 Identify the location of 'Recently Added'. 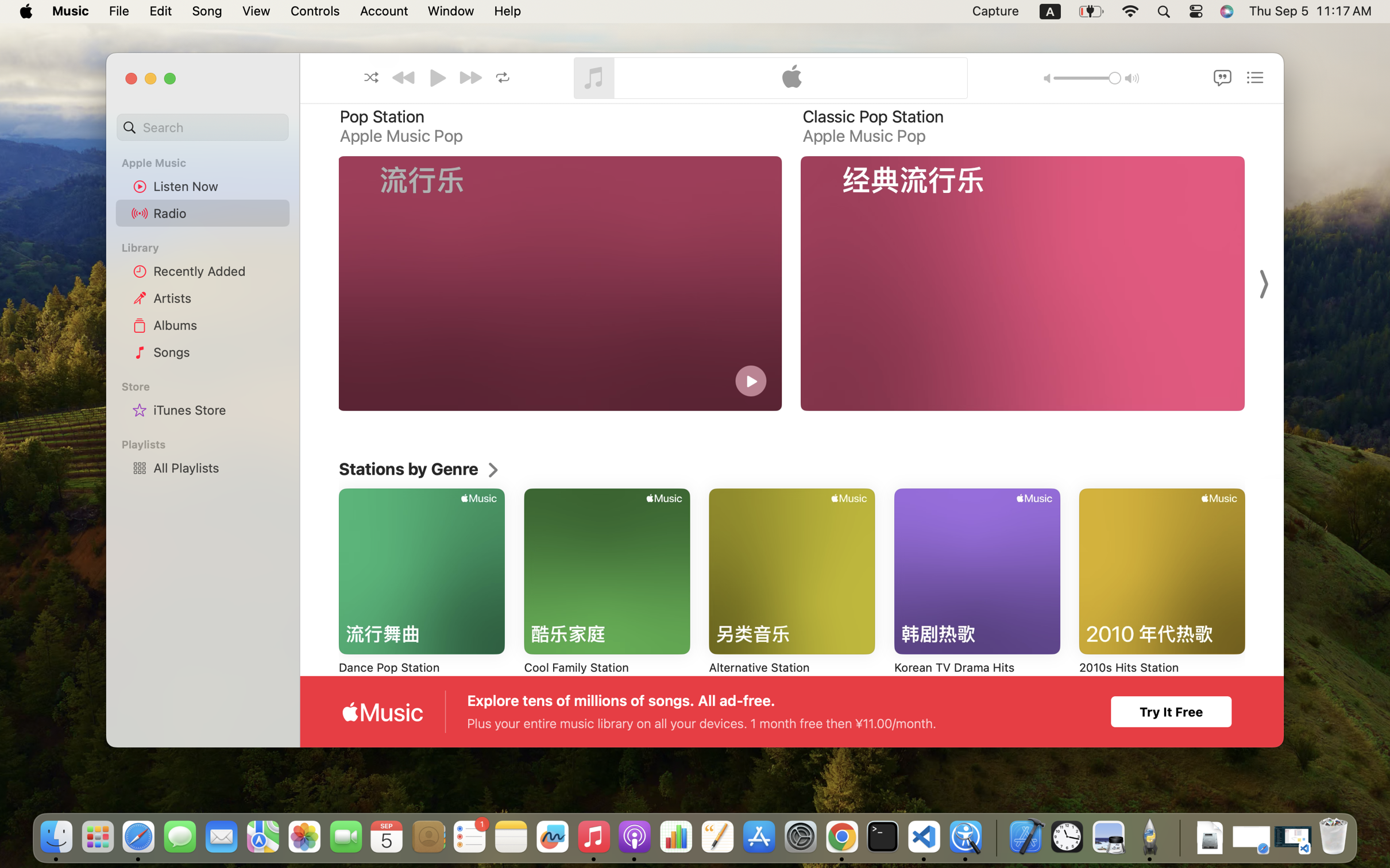
(218, 270).